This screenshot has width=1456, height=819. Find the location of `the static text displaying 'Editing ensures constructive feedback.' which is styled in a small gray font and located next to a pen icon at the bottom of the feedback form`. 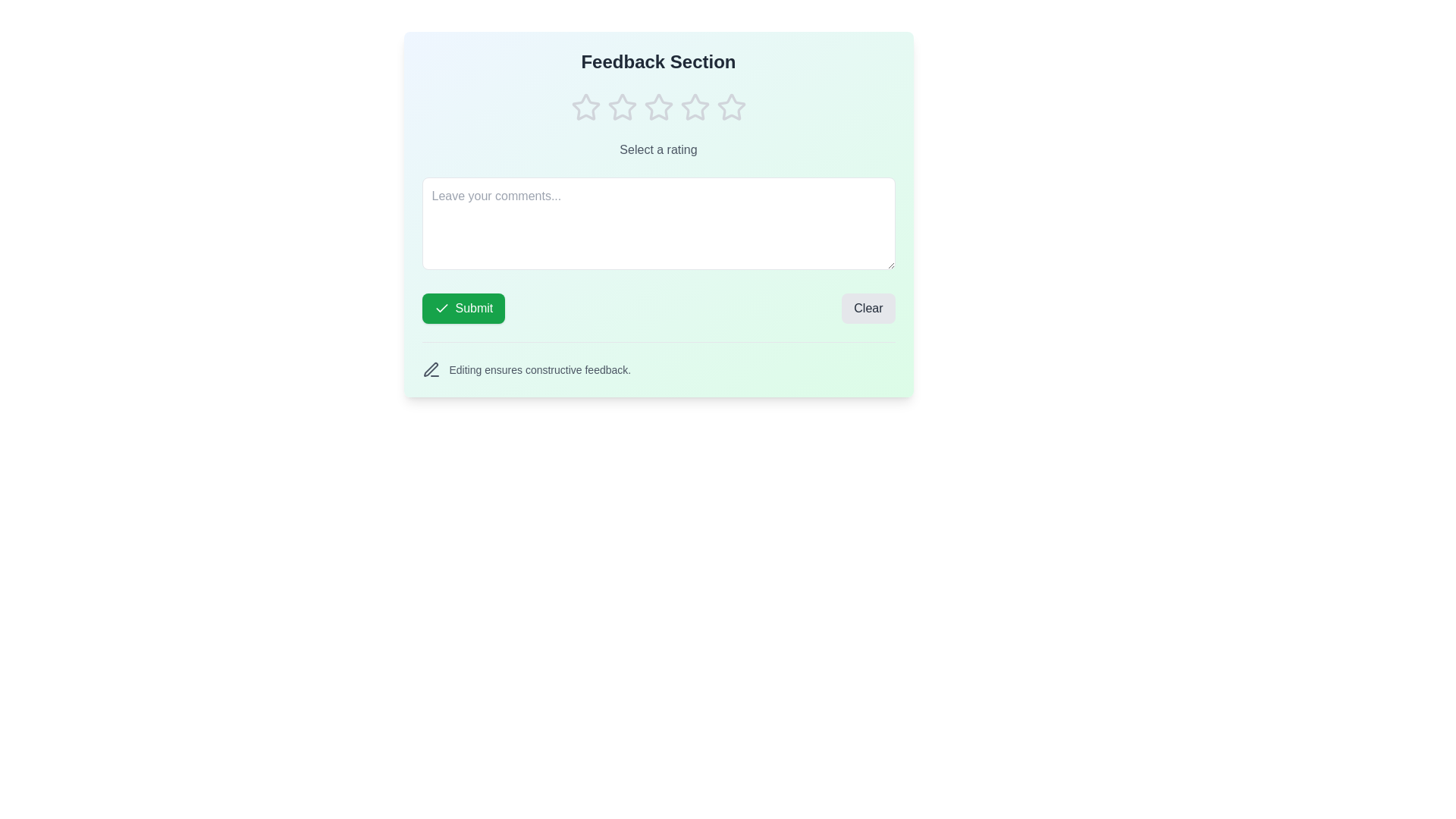

the static text displaying 'Editing ensures constructive feedback.' which is styled in a small gray font and located next to a pen icon at the bottom of the feedback form is located at coordinates (540, 370).